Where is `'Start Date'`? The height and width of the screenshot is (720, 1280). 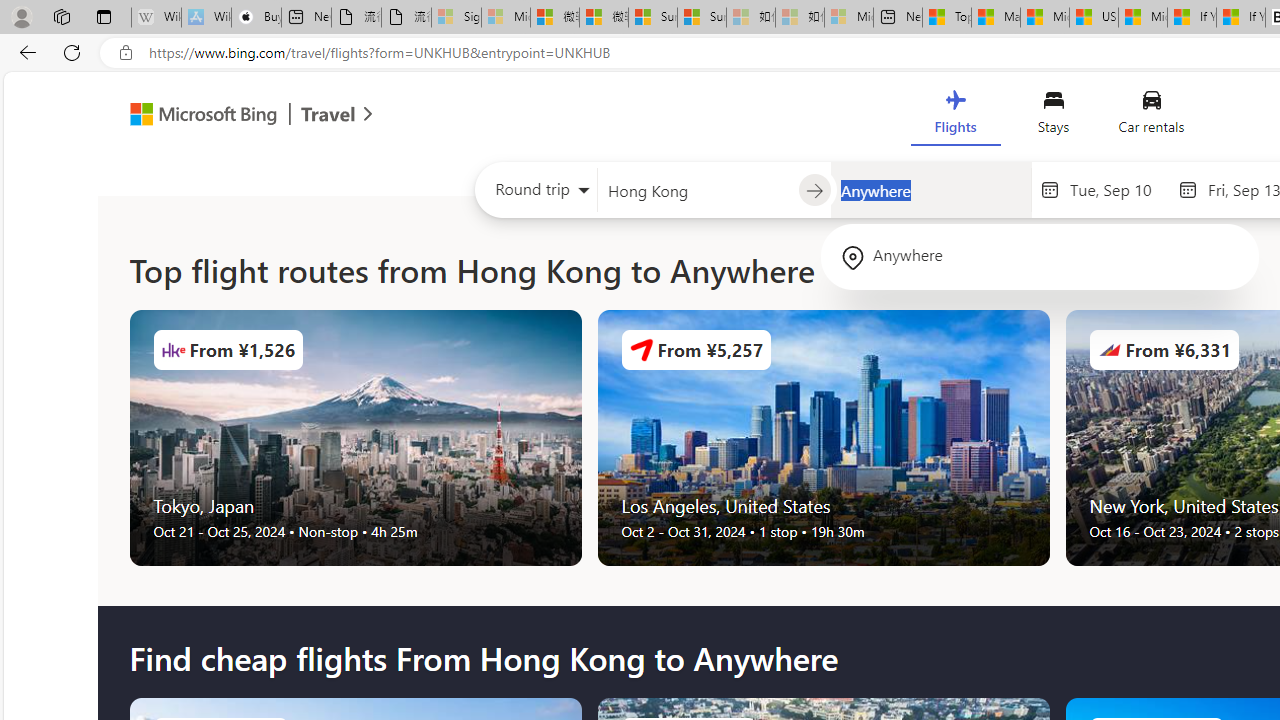
'Start Date' is located at coordinates (1117, 189).